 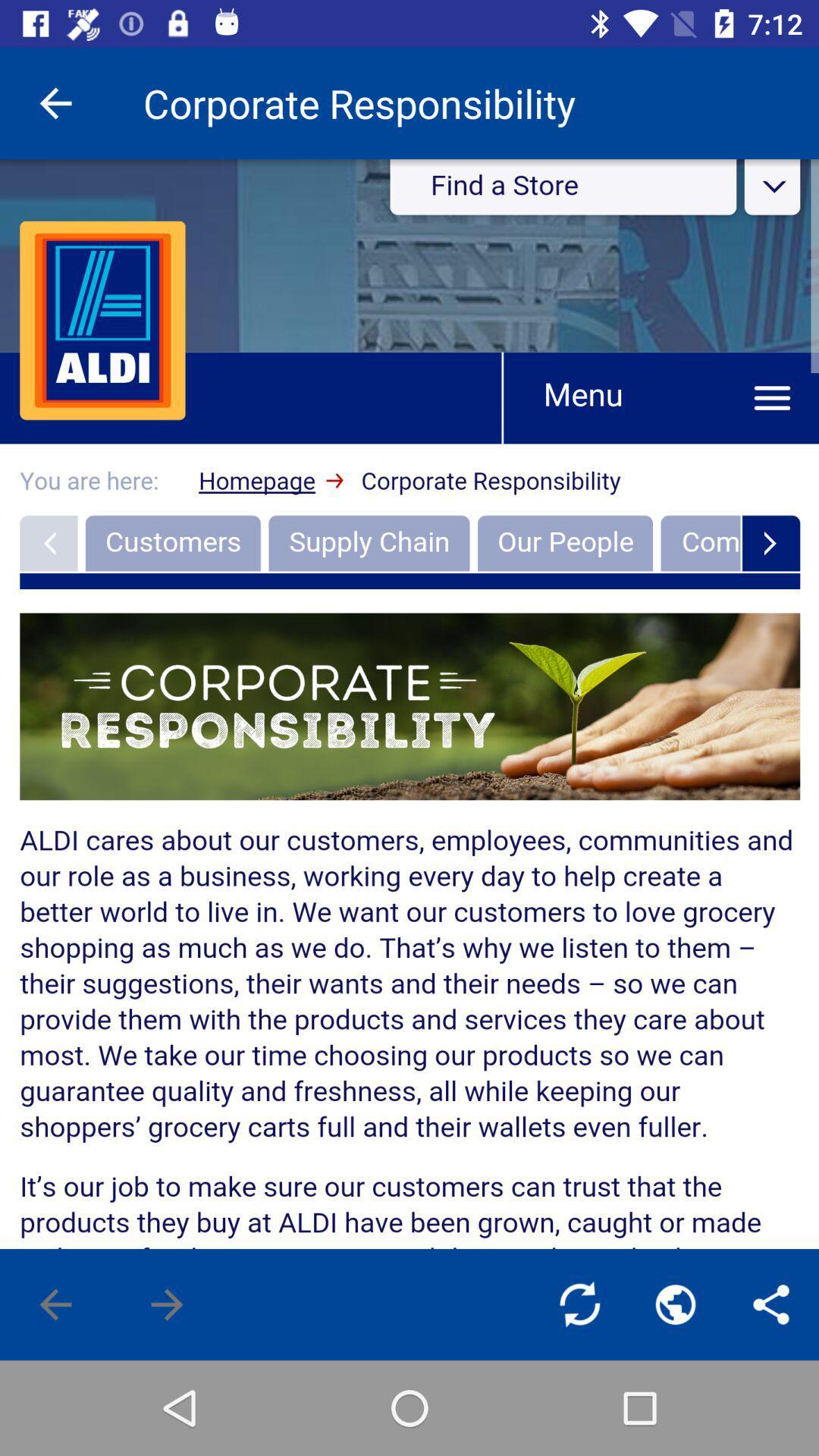 What do you see at coordinates (55, 1304) in the screenshot?
I see `the arrow_backward icon` at bounding box center [55, 1304].